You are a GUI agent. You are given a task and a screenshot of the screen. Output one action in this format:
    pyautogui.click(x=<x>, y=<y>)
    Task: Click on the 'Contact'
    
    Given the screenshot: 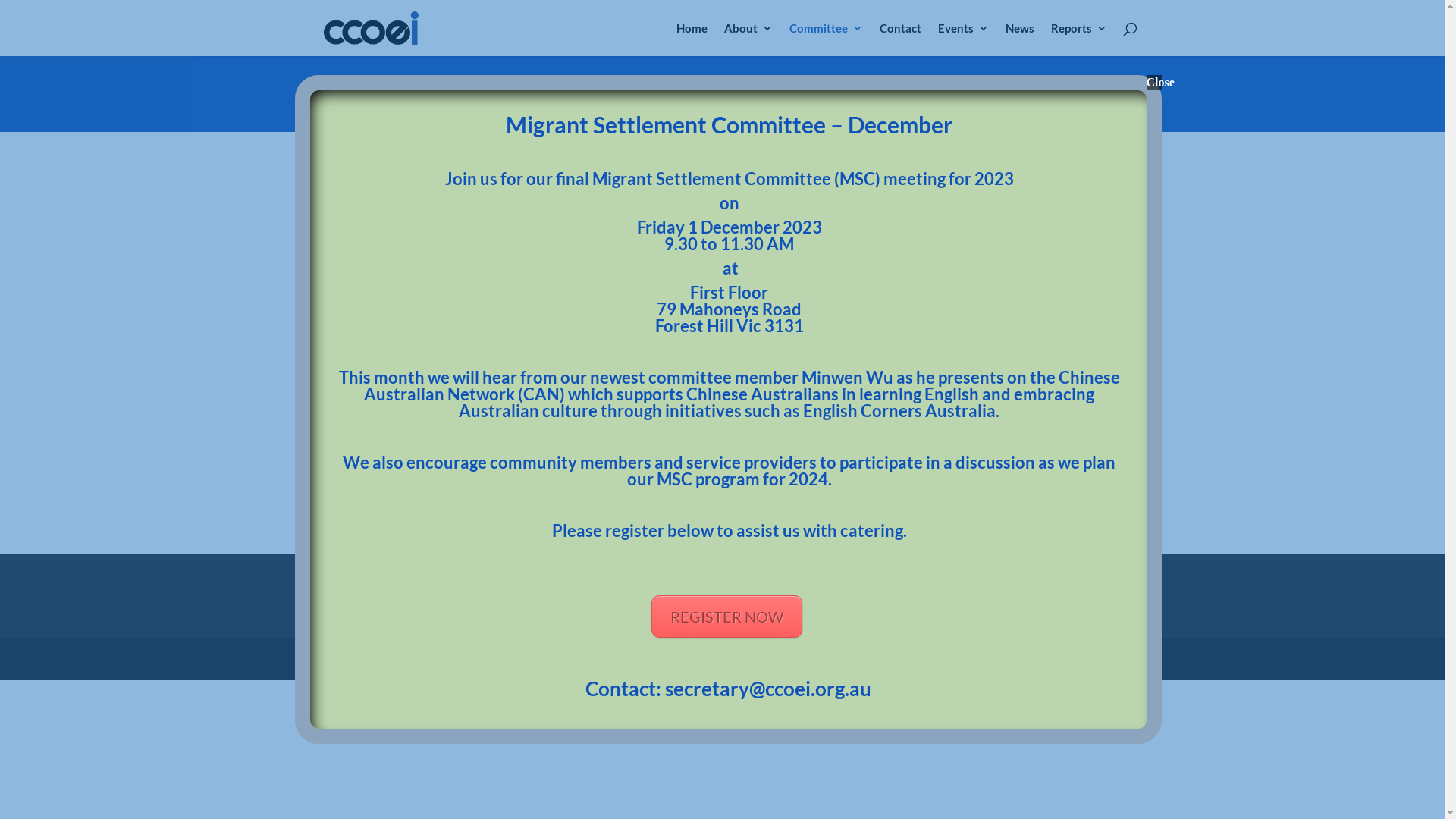 What is the action you would take?
    pyautogui.click(x=880, y=38)
    